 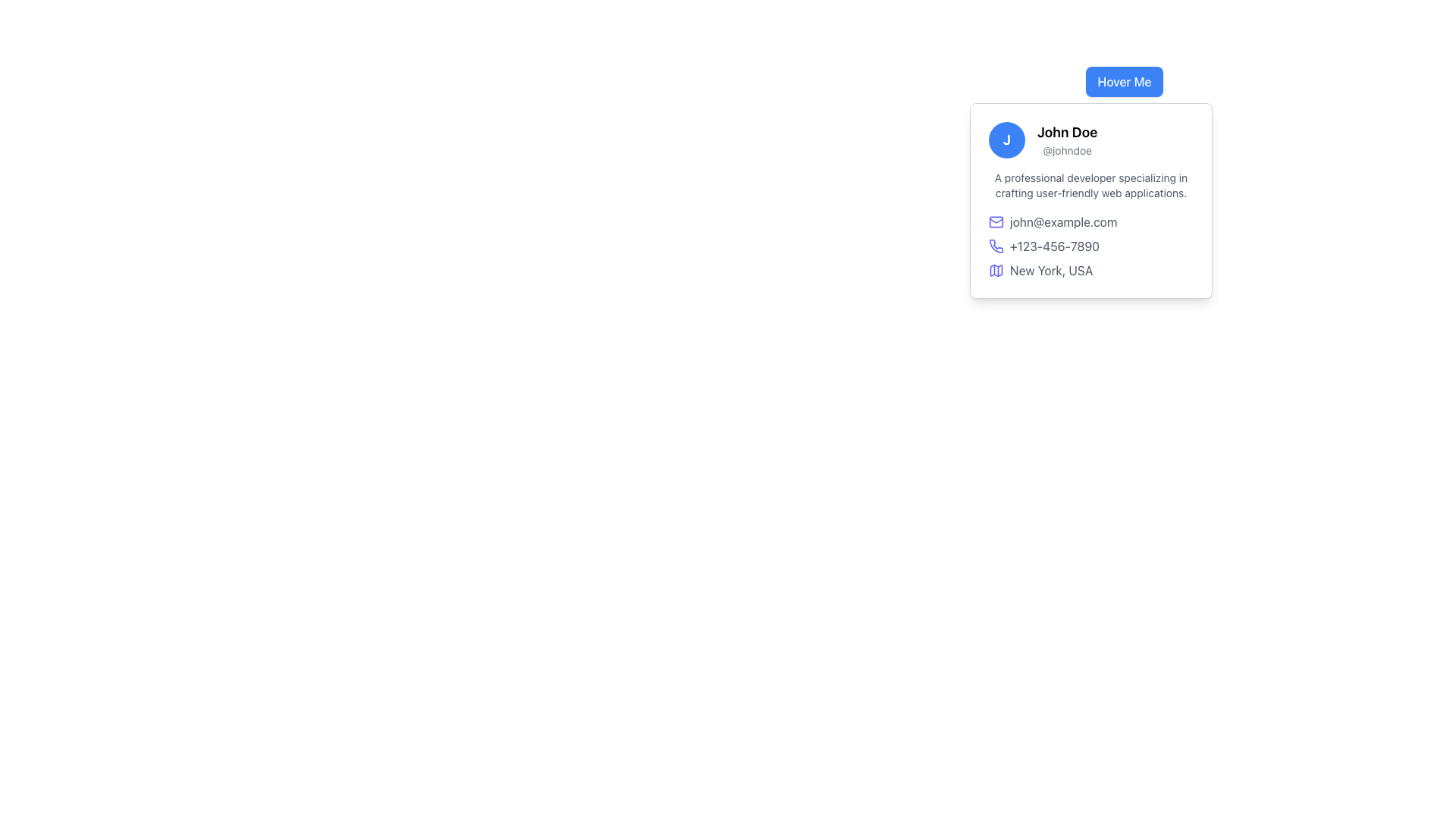 What do you see at coordinates (996, 222) in the screenshot?
I see `the envelope-shaped icon in the email contact card located to the left of the email address 'john@example.com'` at bounding box center [996, 222].